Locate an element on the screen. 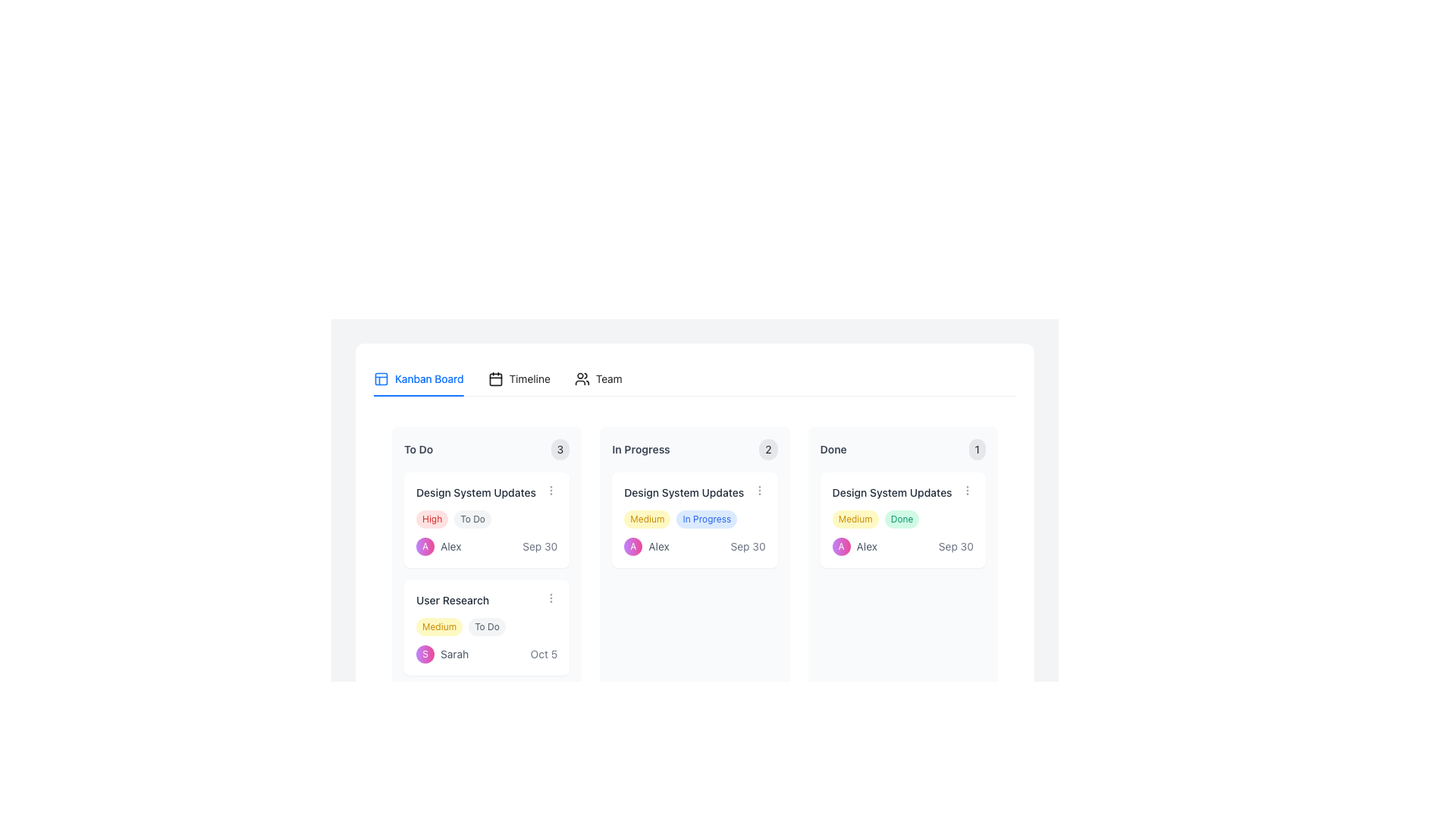 The image size is (1456, 819). text label displaying the name 'Sarah' located in the lower part of the 'User Research' card under the 'To Do' column, positioned to the right of a circular badge with the initial 'S' is located at coordinates (453, 654).